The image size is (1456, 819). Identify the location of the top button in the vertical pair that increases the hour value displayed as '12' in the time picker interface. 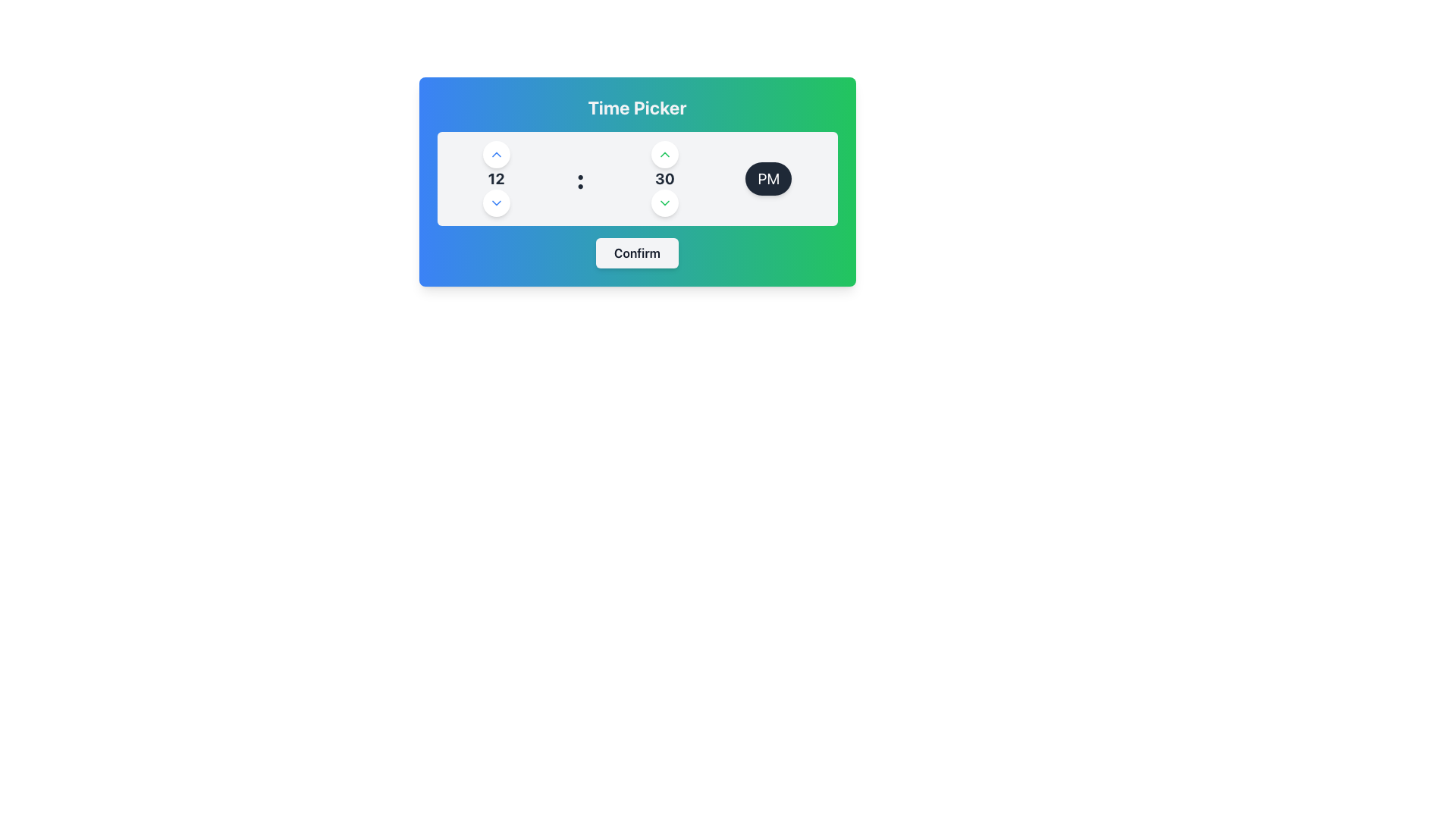
(496, 155).